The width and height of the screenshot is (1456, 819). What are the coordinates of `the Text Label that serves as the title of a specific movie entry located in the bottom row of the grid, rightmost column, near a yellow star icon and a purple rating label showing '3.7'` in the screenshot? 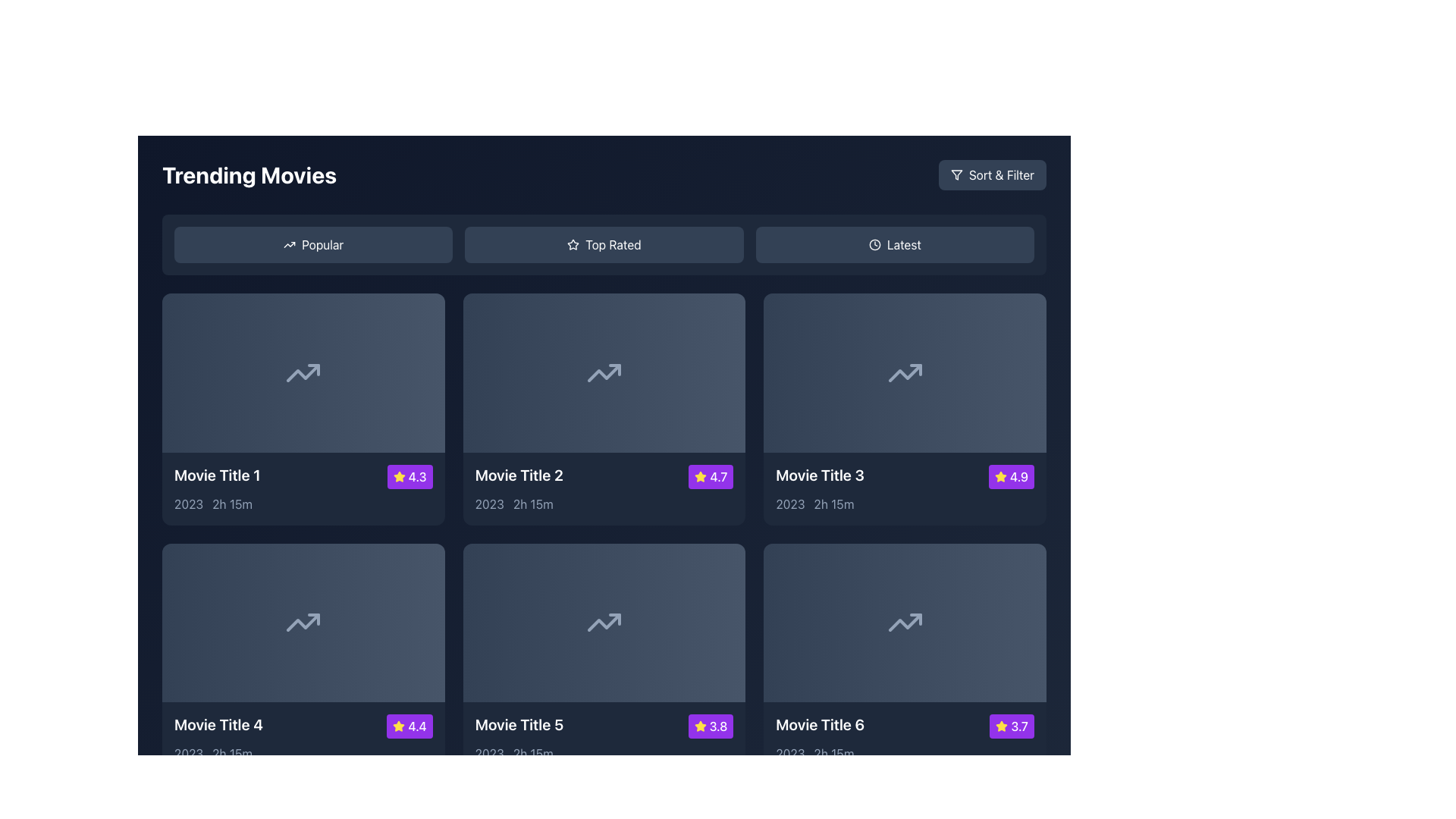 It's located at (819, 724).